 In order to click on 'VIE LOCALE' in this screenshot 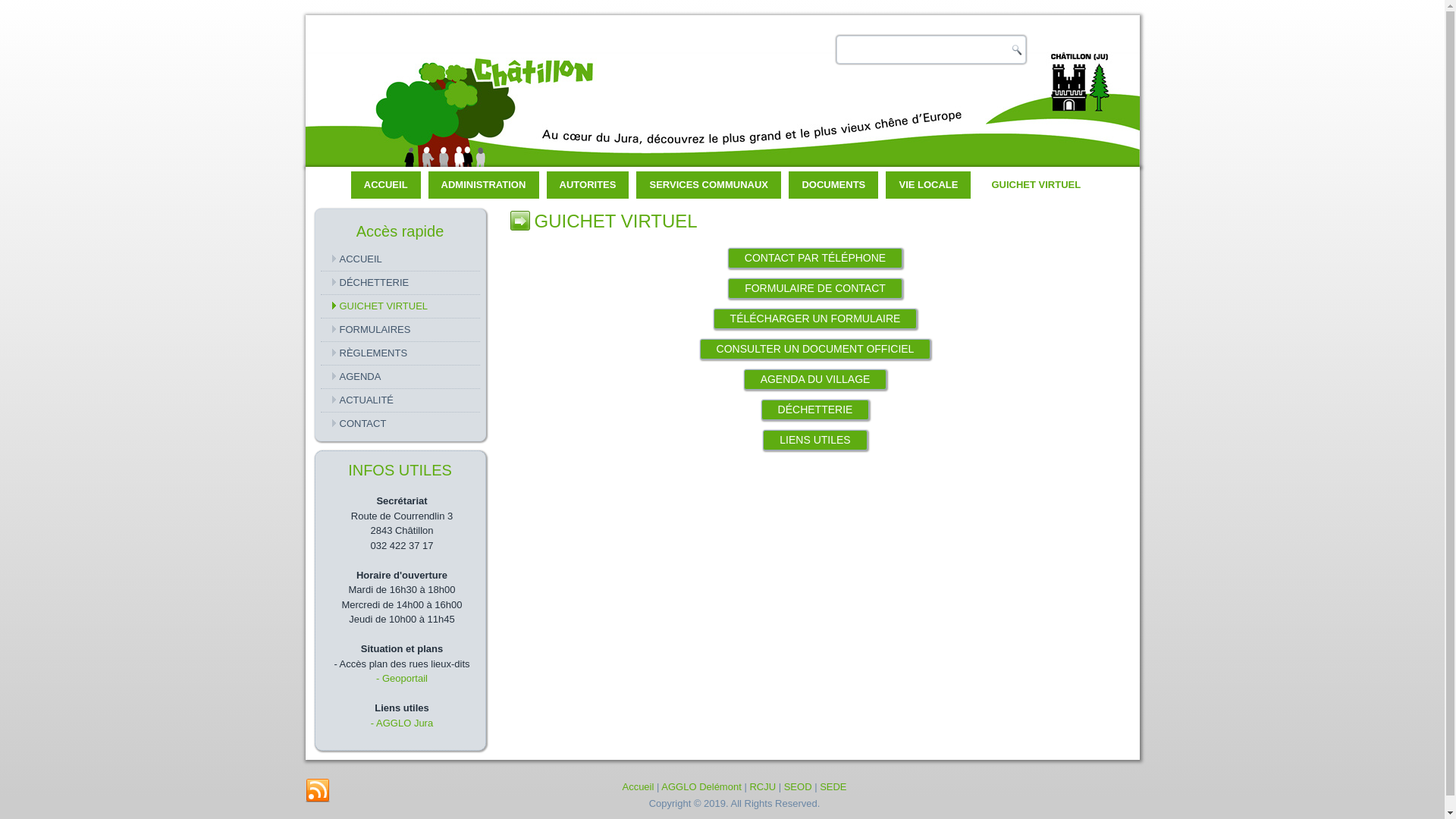, I will do `click(927, 184)`.